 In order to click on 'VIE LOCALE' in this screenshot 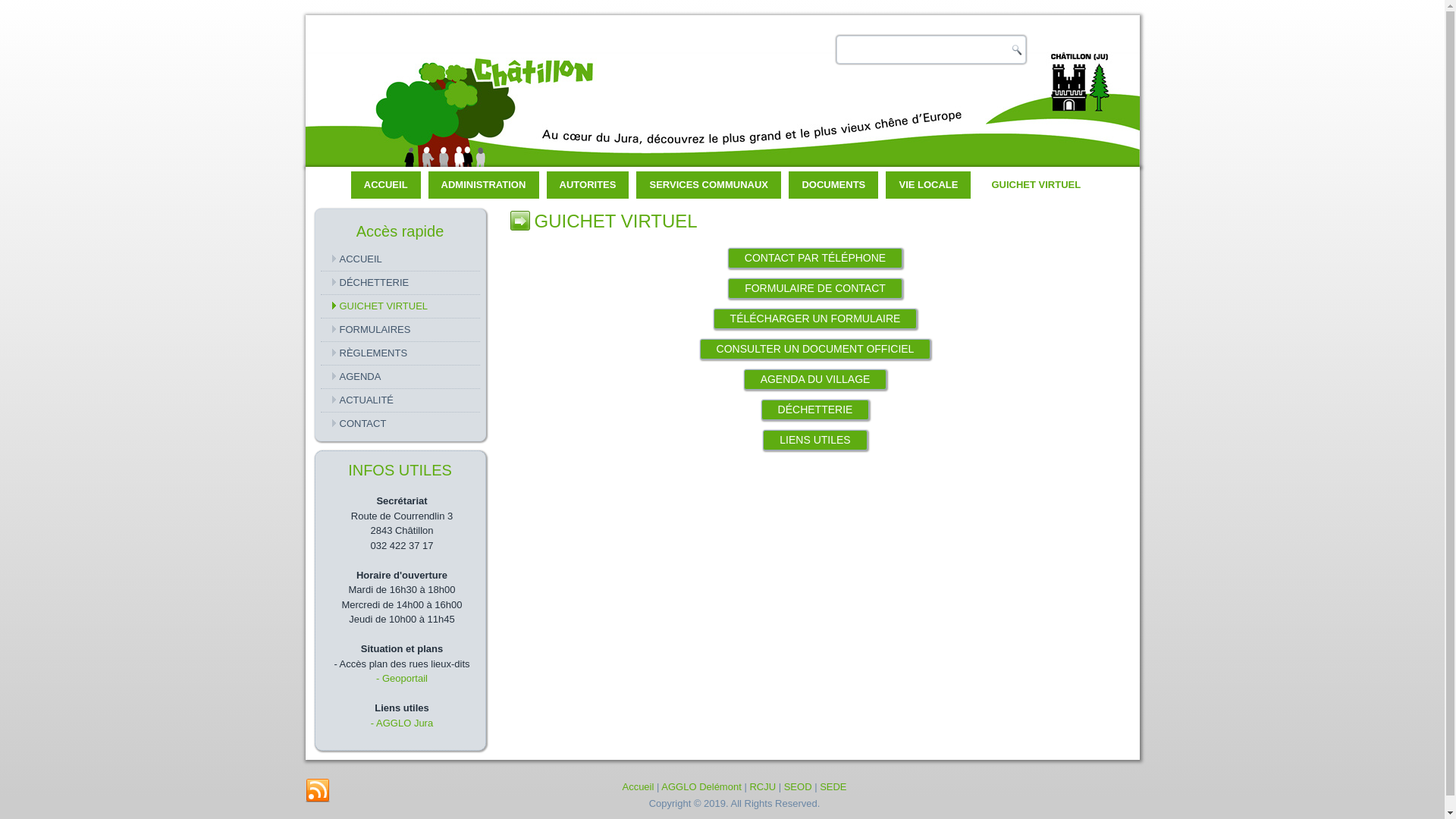, I will do `click(927, 184)`.